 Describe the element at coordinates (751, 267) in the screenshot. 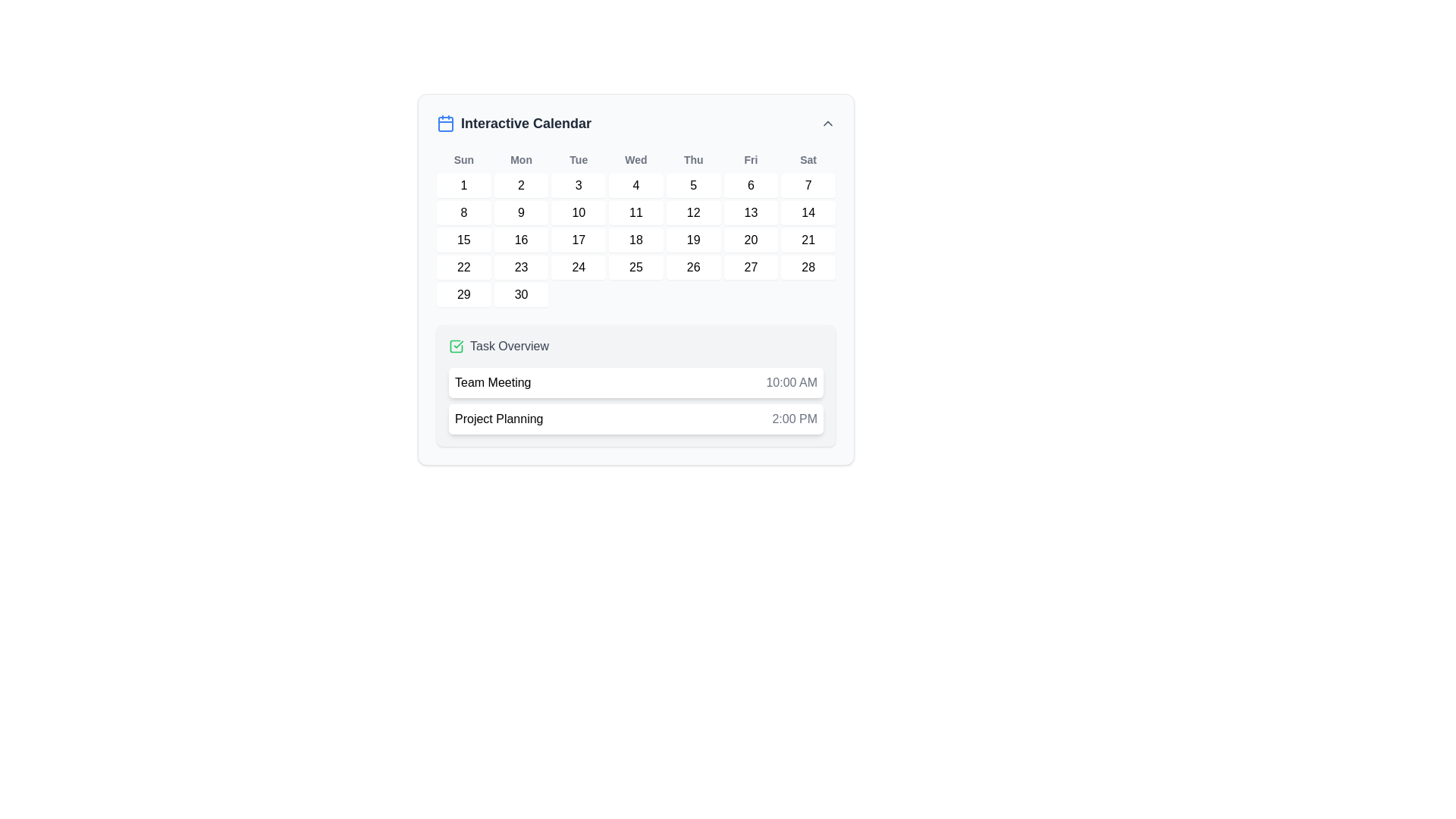

I see `the interactive calendar day box located in the seventh column of the fourth row` at that location.